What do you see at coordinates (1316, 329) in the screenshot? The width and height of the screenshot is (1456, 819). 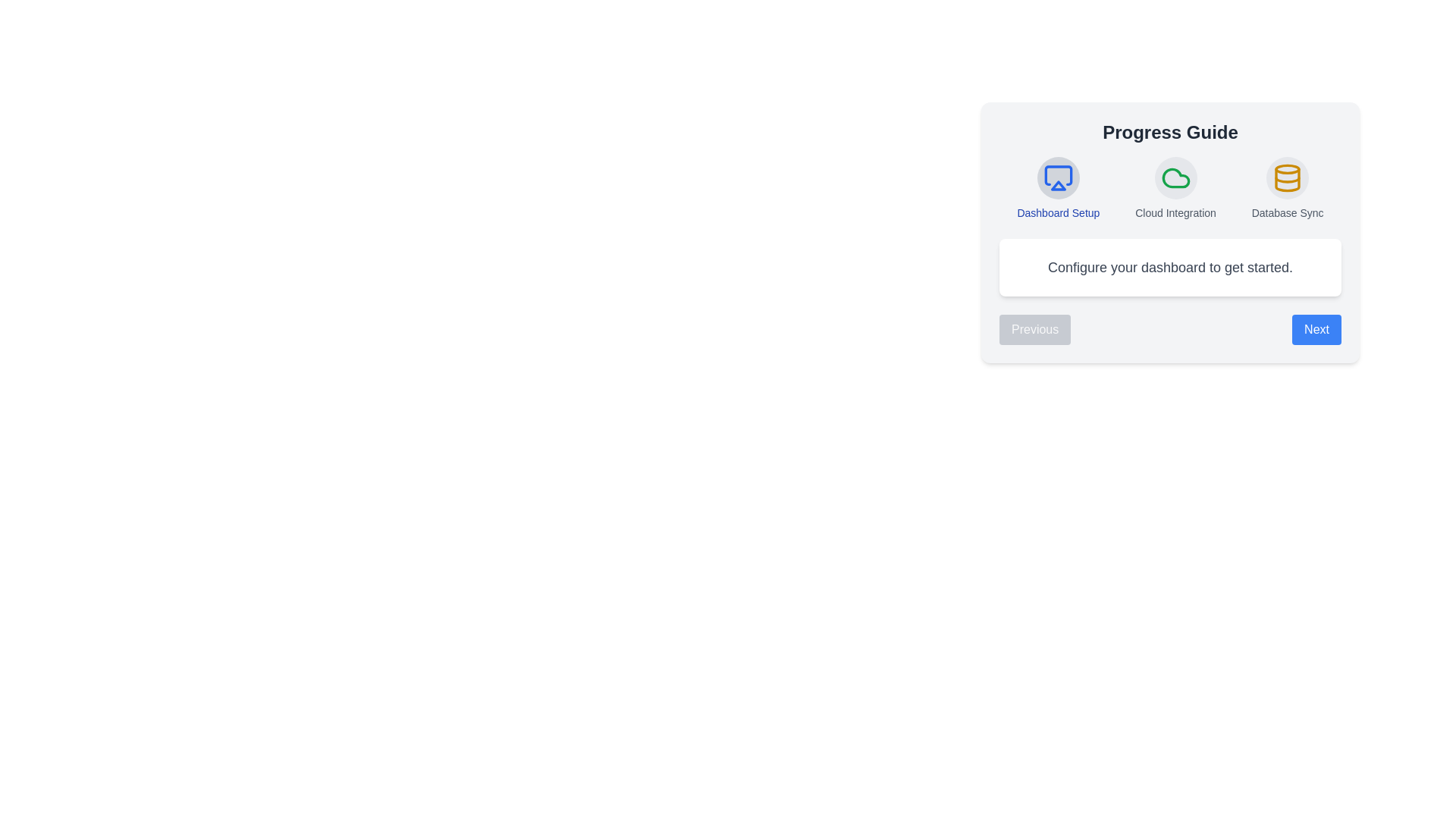 I see `the 'Next' button to navigate to the next step` at bounding box center [1316, 329].